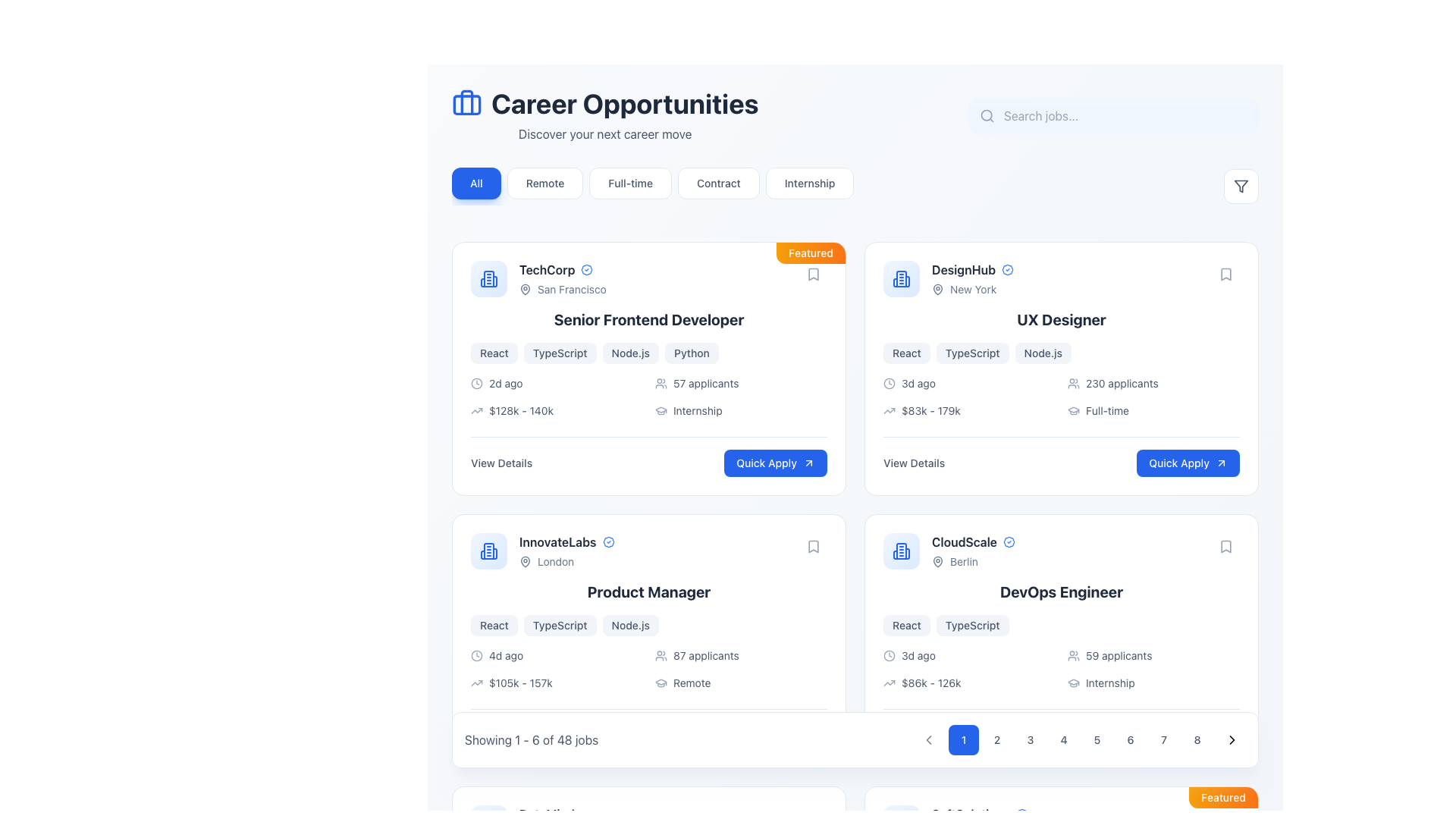 The width and height of the screenshot is (1456, 819). I want to click on the label with the company name 'InnovateLabs' and the blue checkmark, located in the second job card beneath 'Product Manager' and to the left of 'London', so click(566, 541).